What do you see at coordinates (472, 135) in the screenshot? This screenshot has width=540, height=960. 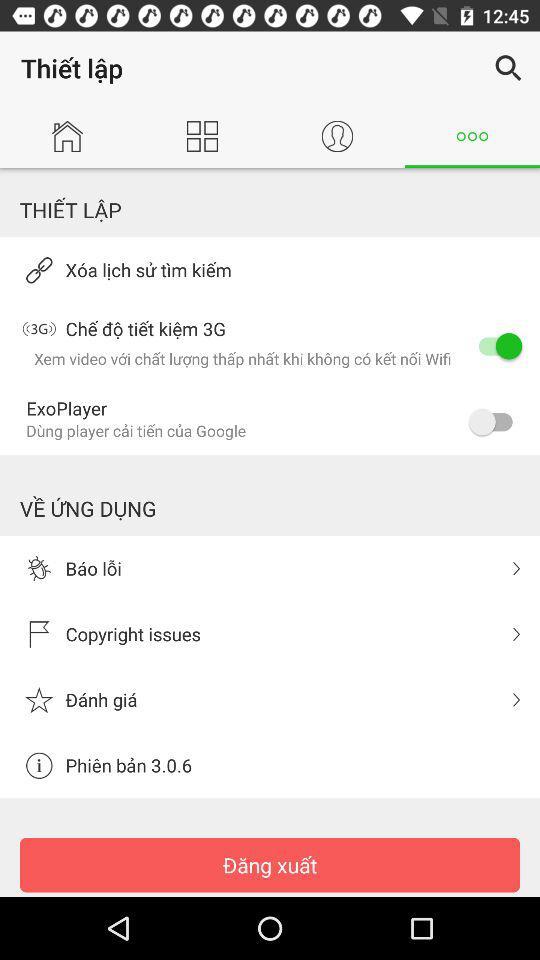 I see `the more icon` at bounding box center [472, 135].